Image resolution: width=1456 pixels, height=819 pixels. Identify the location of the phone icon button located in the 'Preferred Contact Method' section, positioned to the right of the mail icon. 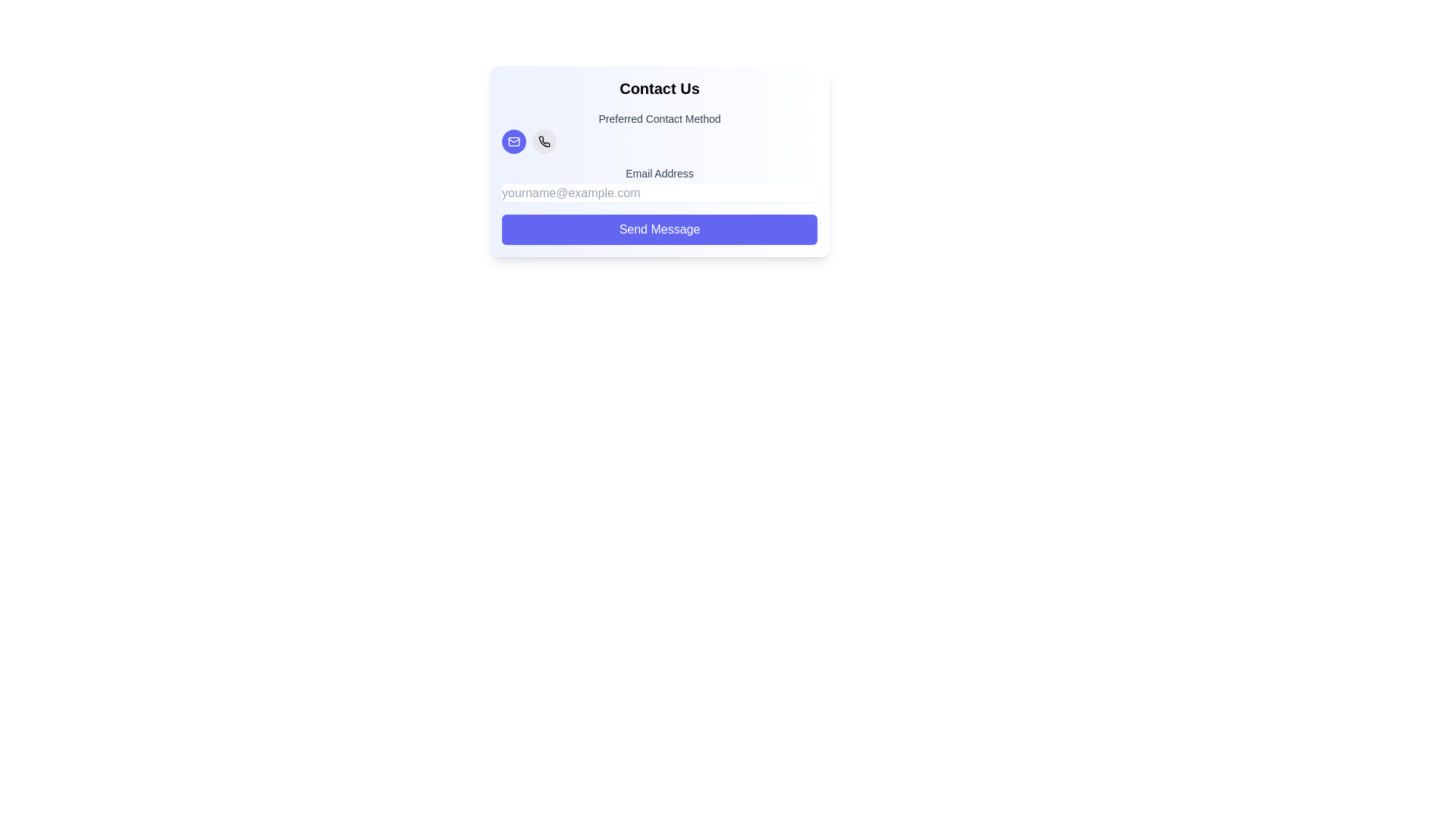
(544, 141).